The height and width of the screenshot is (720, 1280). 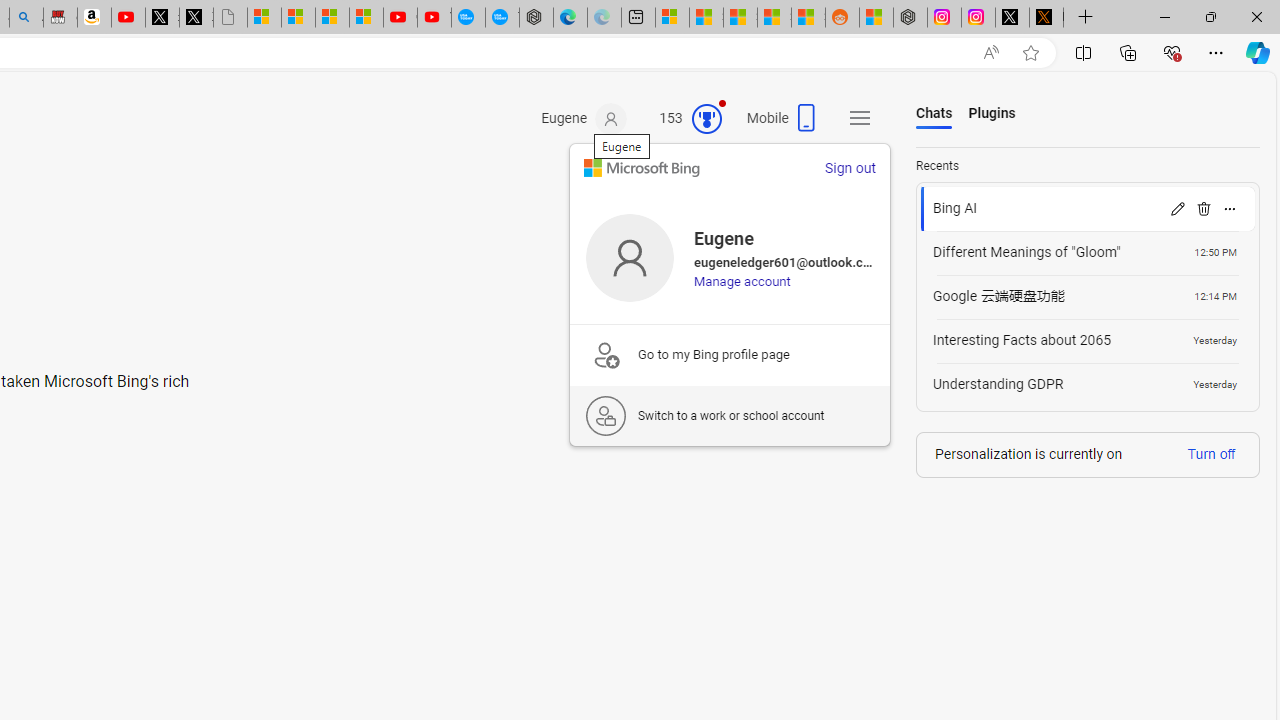 I want to click on 'Gloom - YouTube', so click(x=400, y=17).